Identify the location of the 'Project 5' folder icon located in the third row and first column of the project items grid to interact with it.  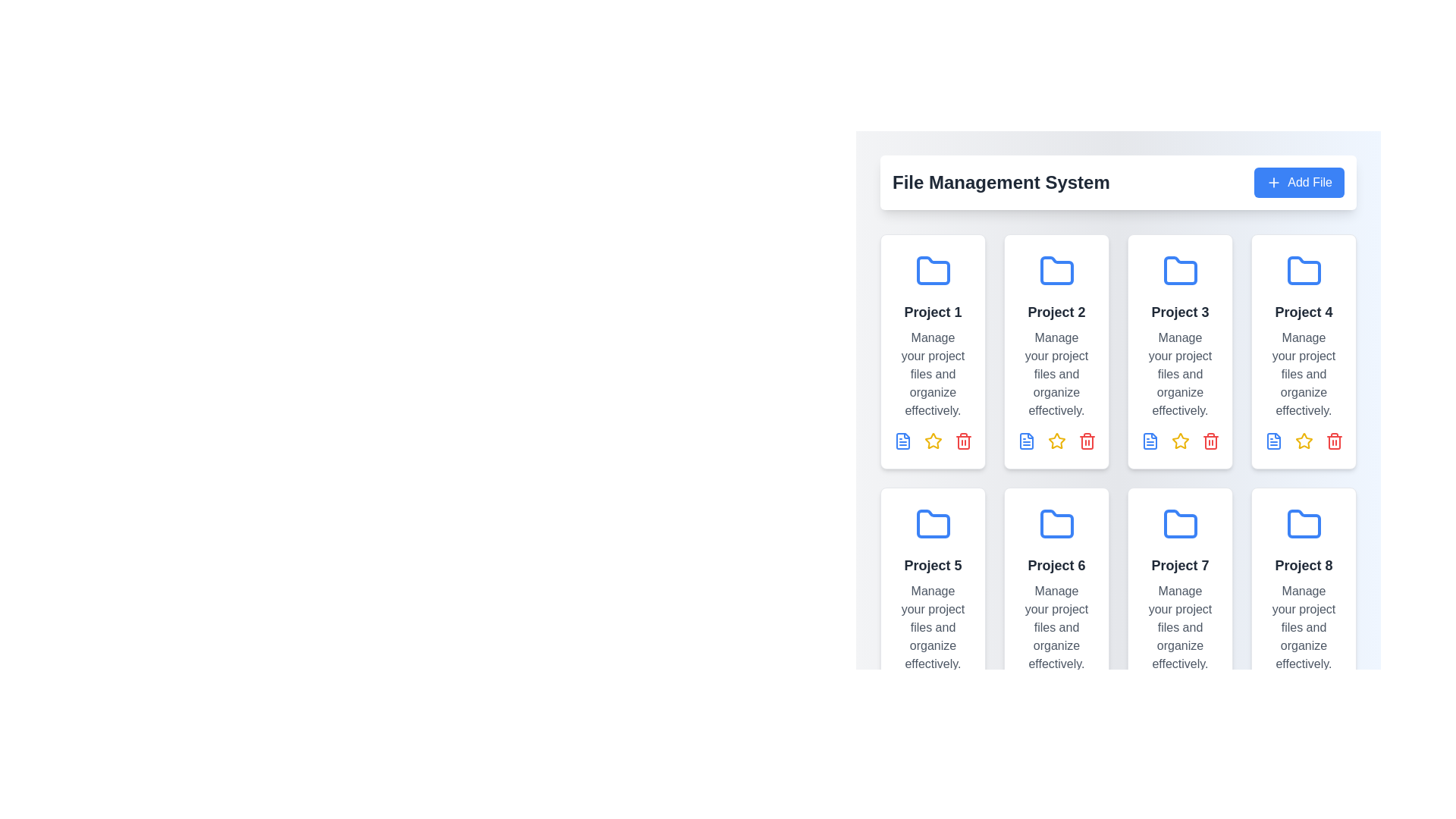
(932, 522).